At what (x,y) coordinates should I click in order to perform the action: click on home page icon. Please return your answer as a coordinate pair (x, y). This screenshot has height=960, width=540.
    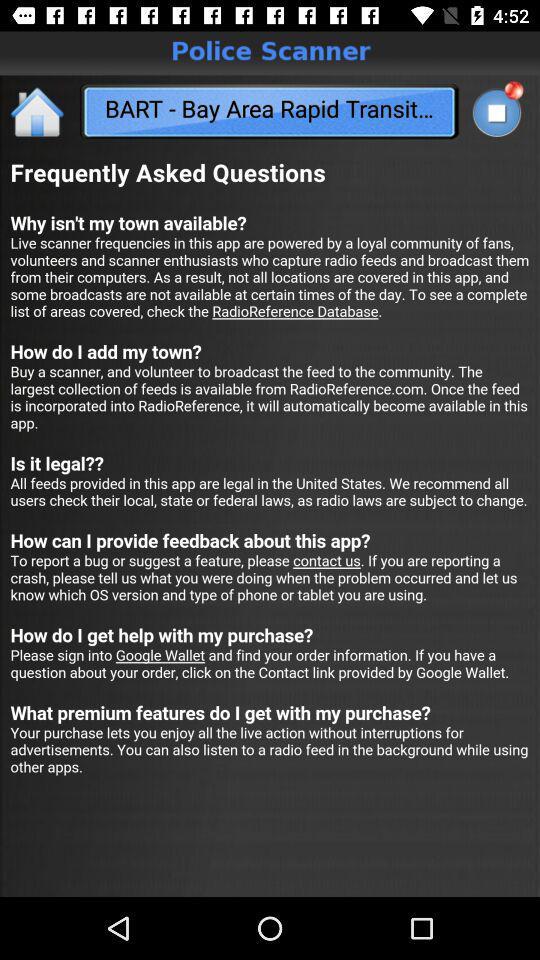
    Looking at the image, I should click on (38, 111).